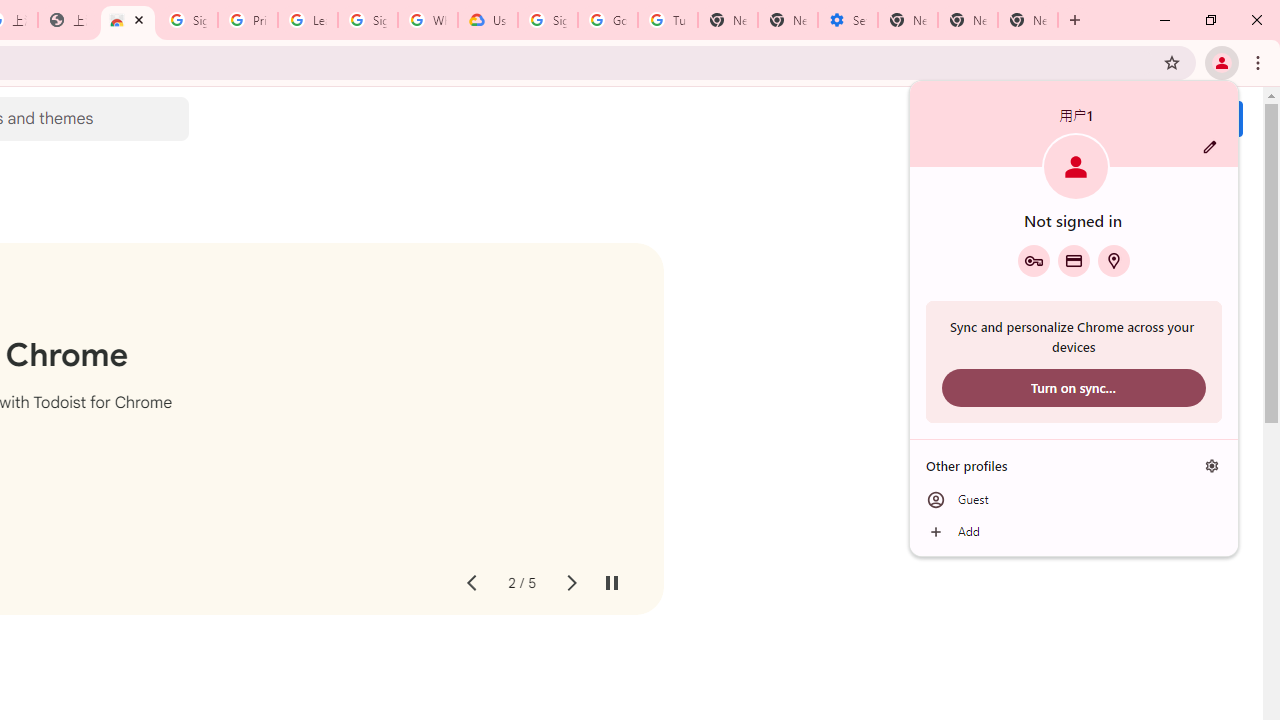 This screenshot has height=720, width=1280. What do you see at coordinates (667, 20) in the screenshot?
I see `'Turn cookies on or off - Computer - Google Account Help'` at bounding box center [667, 20].